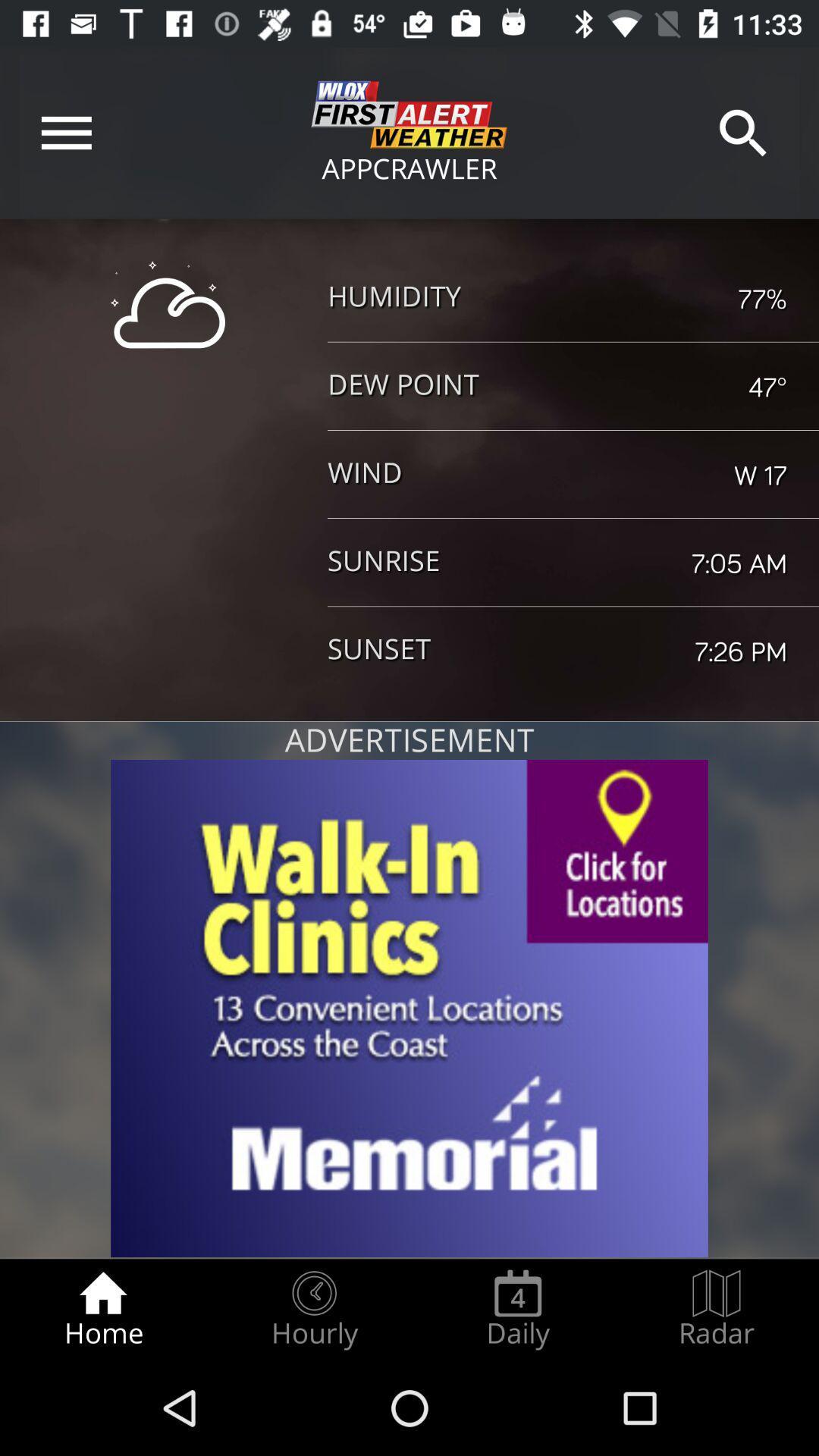  Describe the element at coordinates (517, 1309) in the screenshot. I see `the daily calender at the bottom of the page` at that location.